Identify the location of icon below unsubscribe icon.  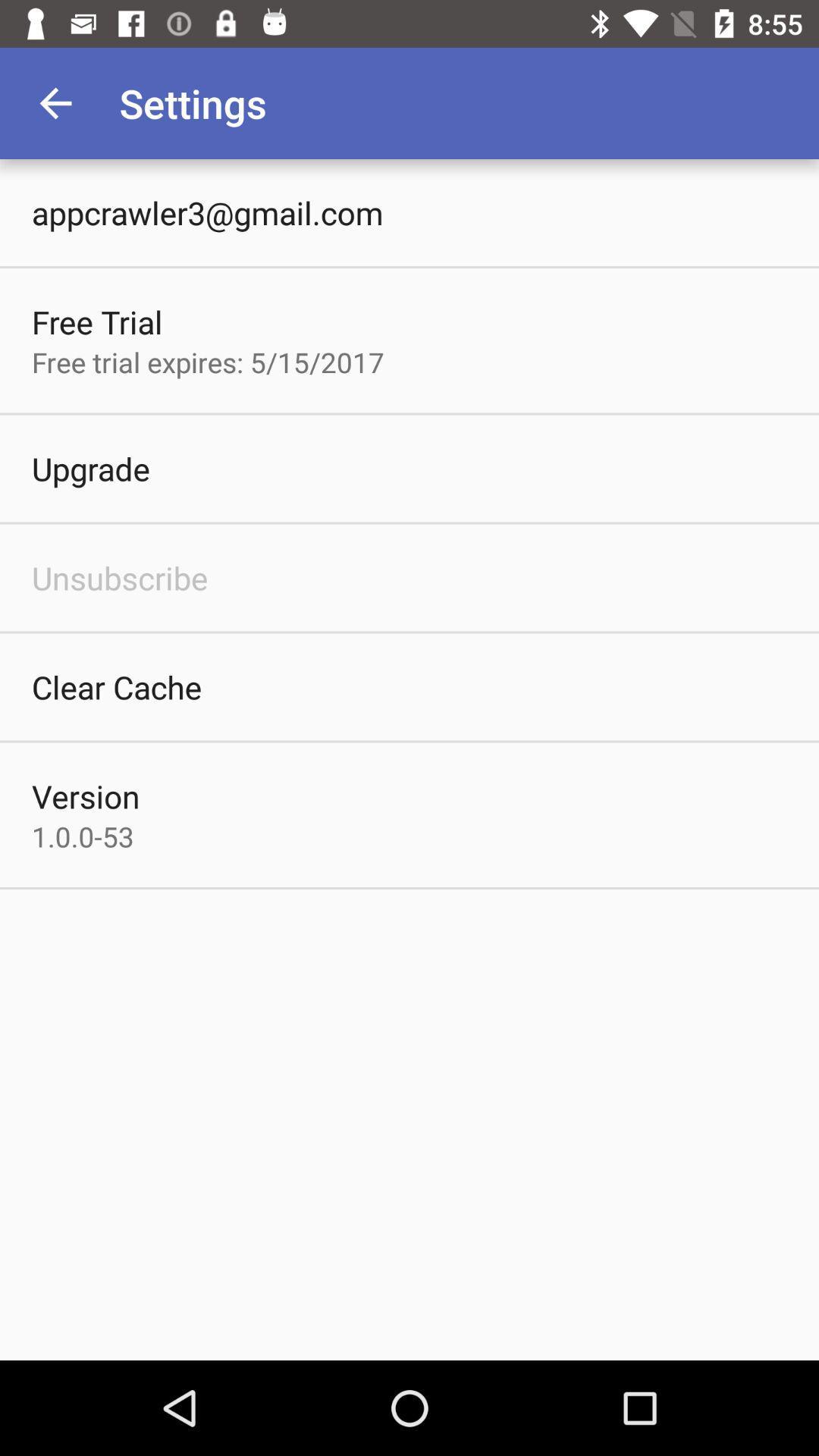
(116, 686).